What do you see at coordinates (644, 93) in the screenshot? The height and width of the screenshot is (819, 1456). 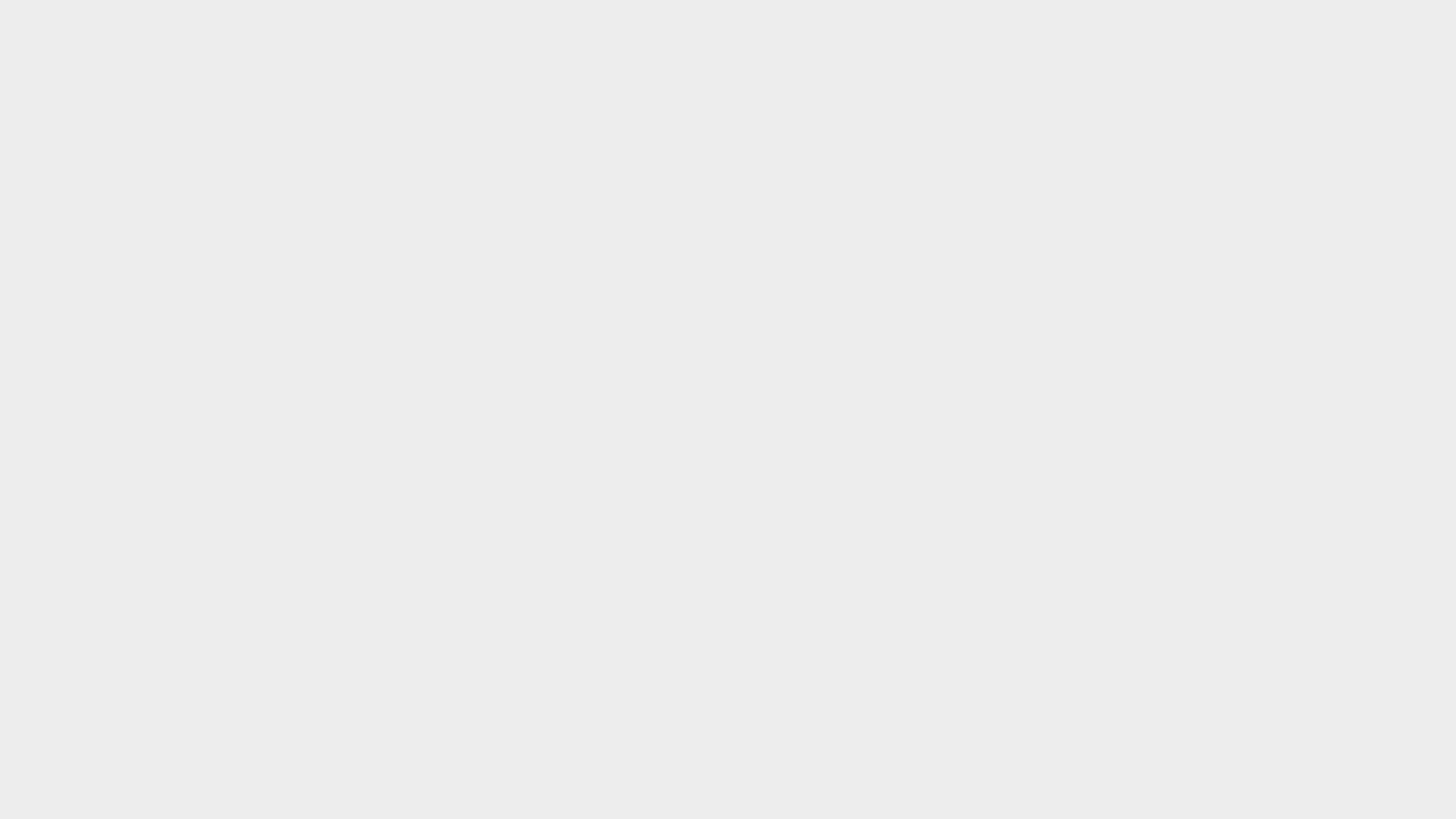 I see `'Visit'` at bounding box center [644, 93].